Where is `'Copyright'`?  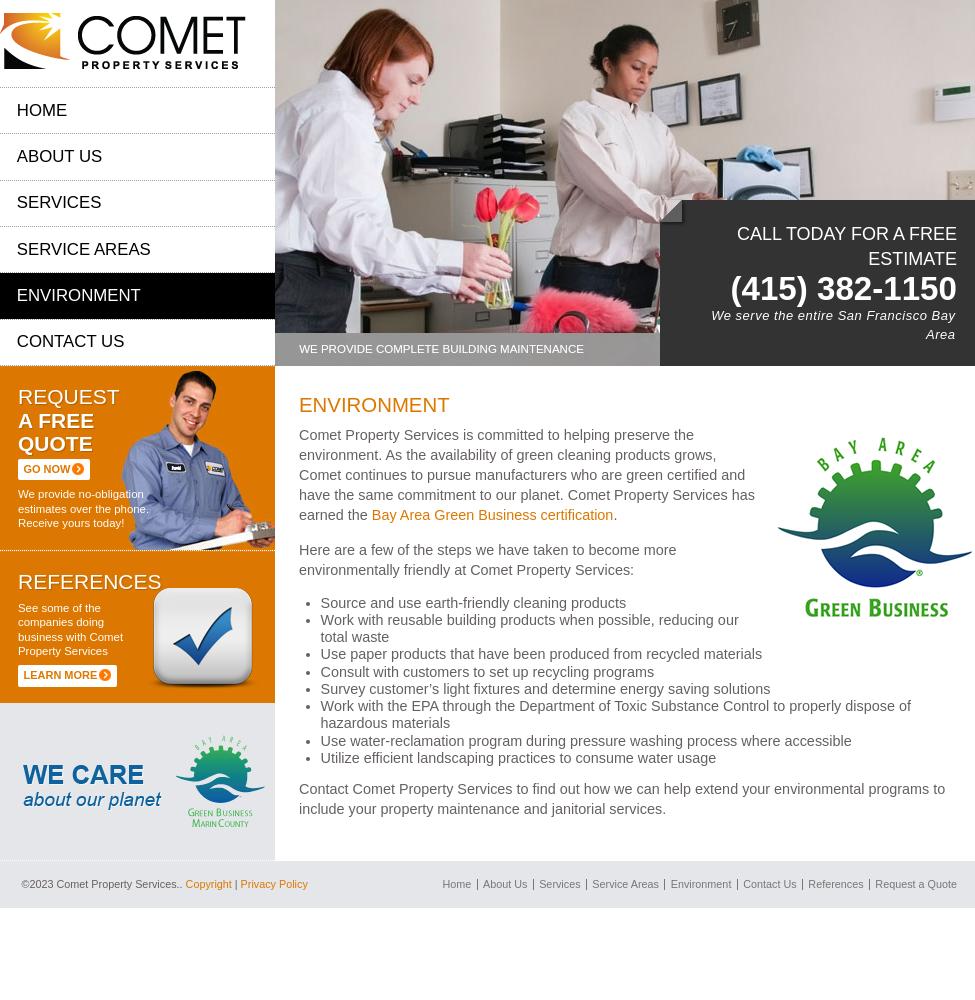 'Copyright' is located at coordinates (207, 884).